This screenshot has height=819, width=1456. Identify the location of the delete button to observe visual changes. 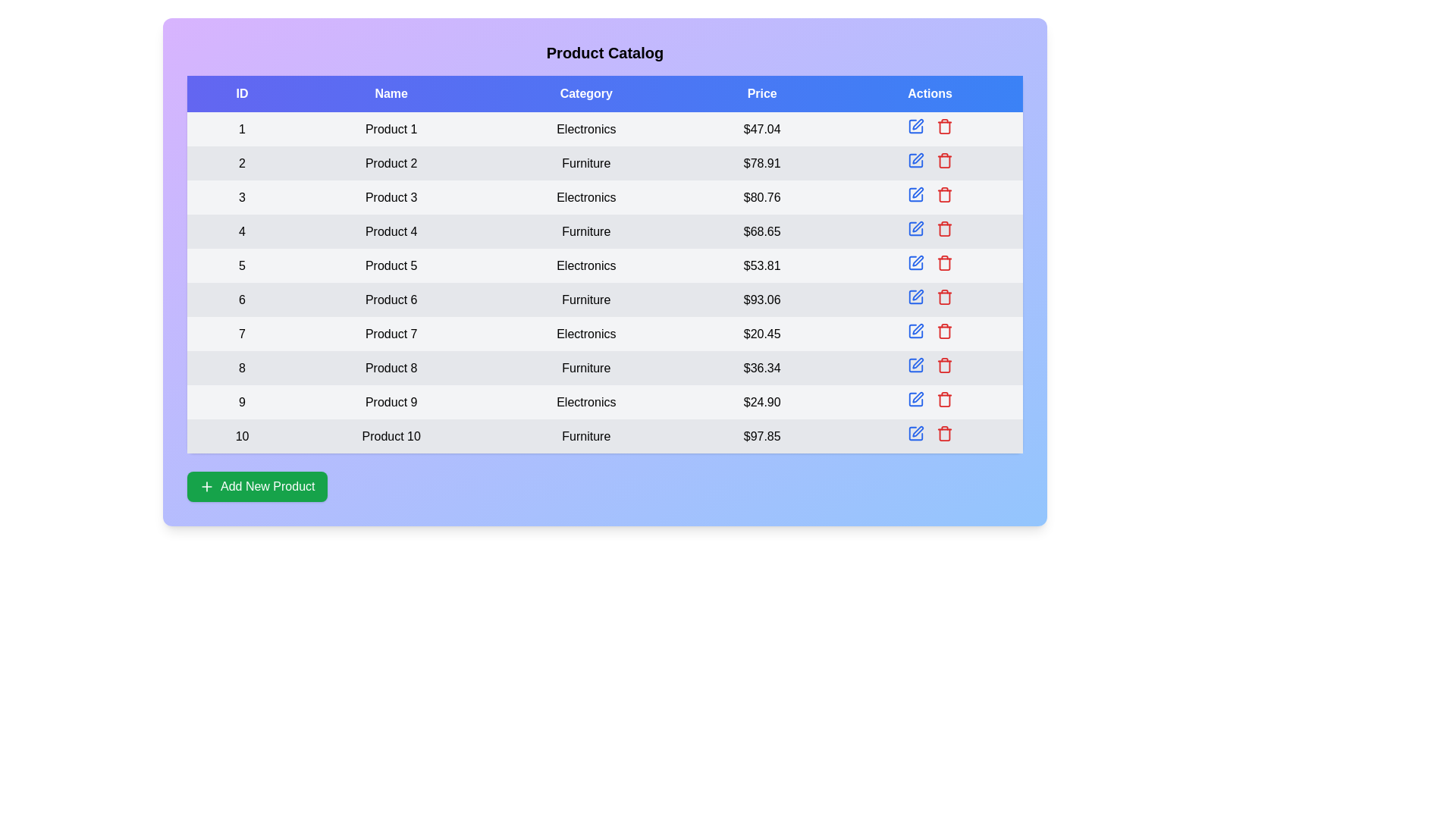
(943, 125).